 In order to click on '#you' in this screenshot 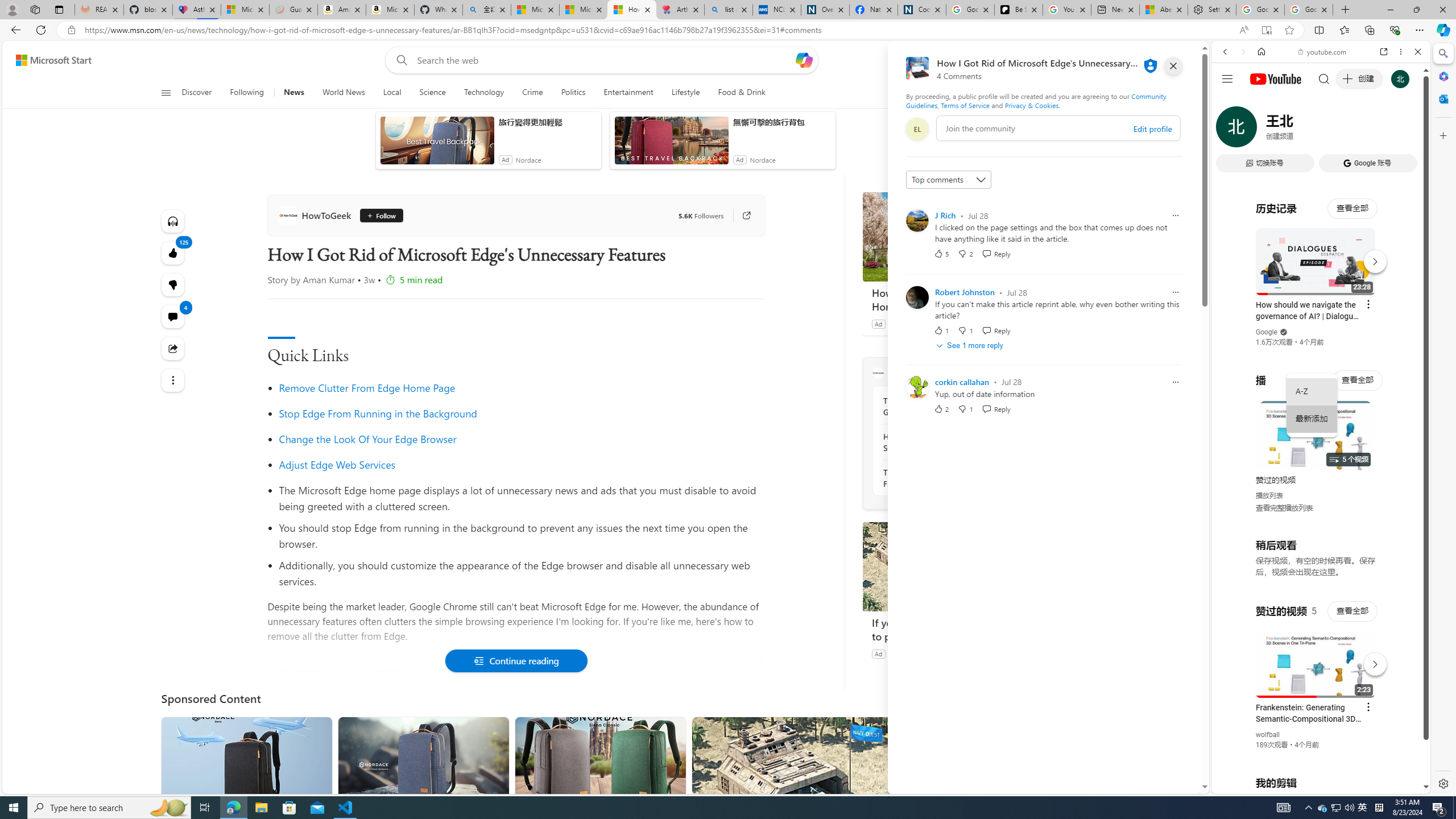, I will do `click(1316, 659)`.